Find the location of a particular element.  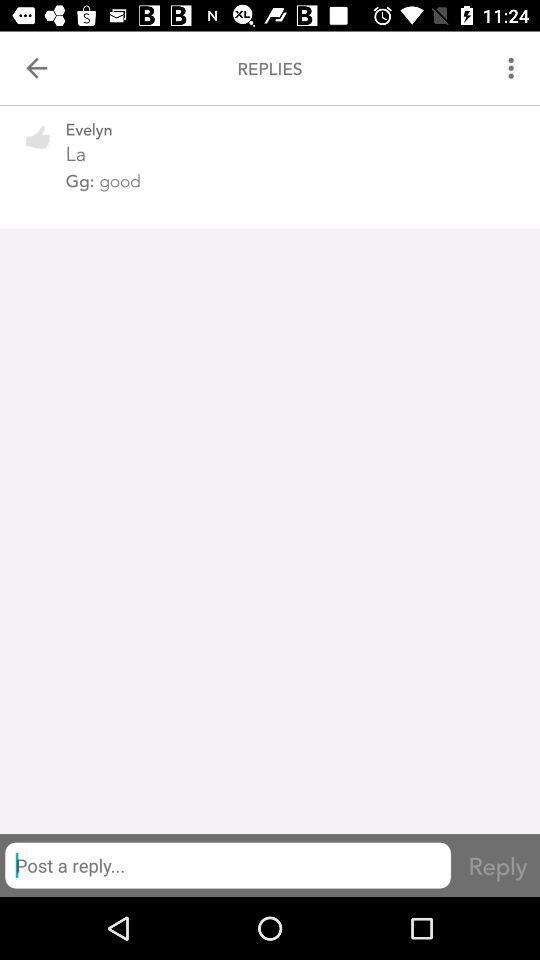

the icon next to evelyn item is located at coordinates (38, 148).